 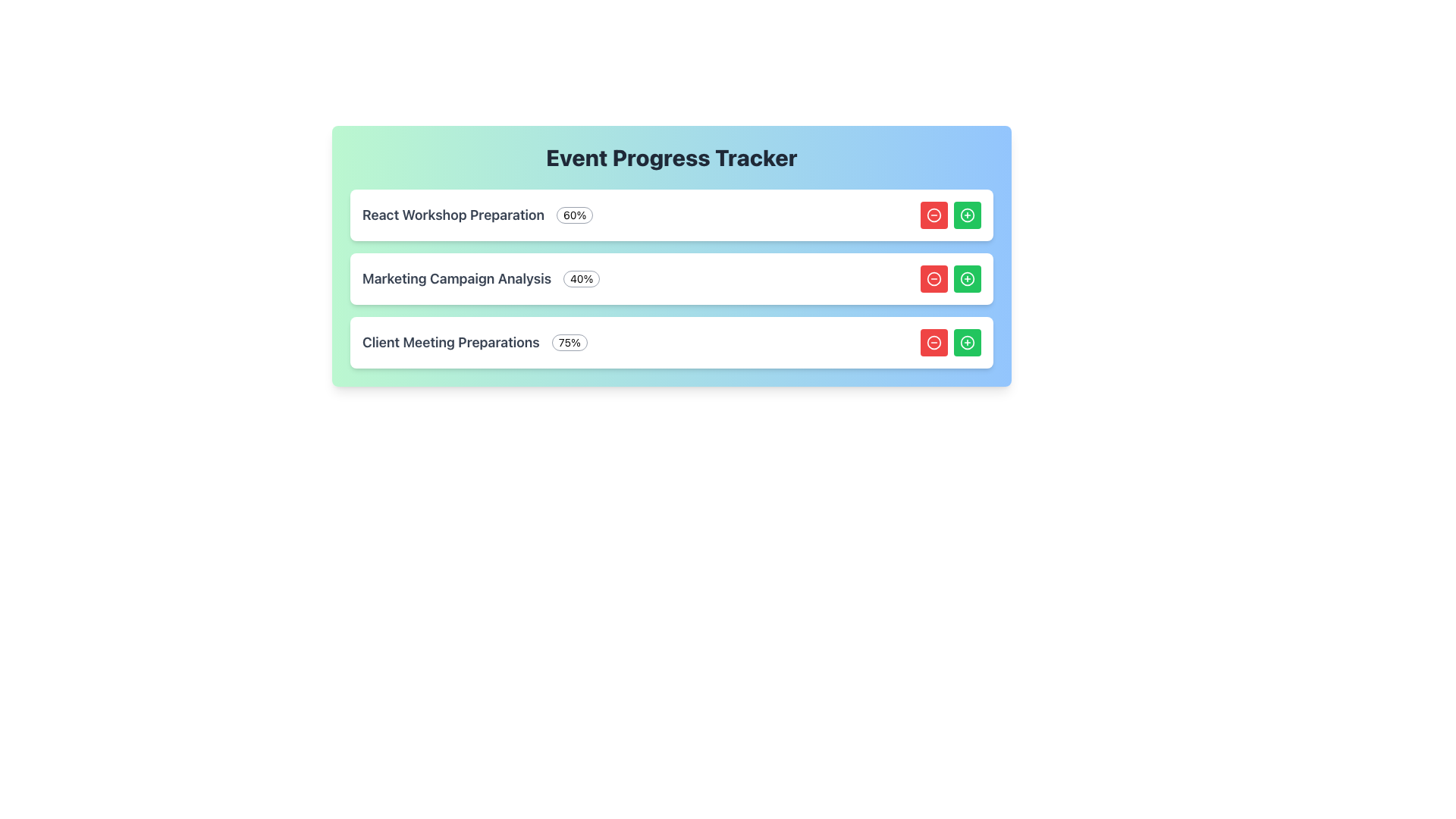 What do you see at coordinates (569, 342) in the screenshot?
I see `the label displaying '75%' which is positioned to the right of 'Client Meeting Preparations' in a rounded rectangular shape` at bounding box center [569, 342].